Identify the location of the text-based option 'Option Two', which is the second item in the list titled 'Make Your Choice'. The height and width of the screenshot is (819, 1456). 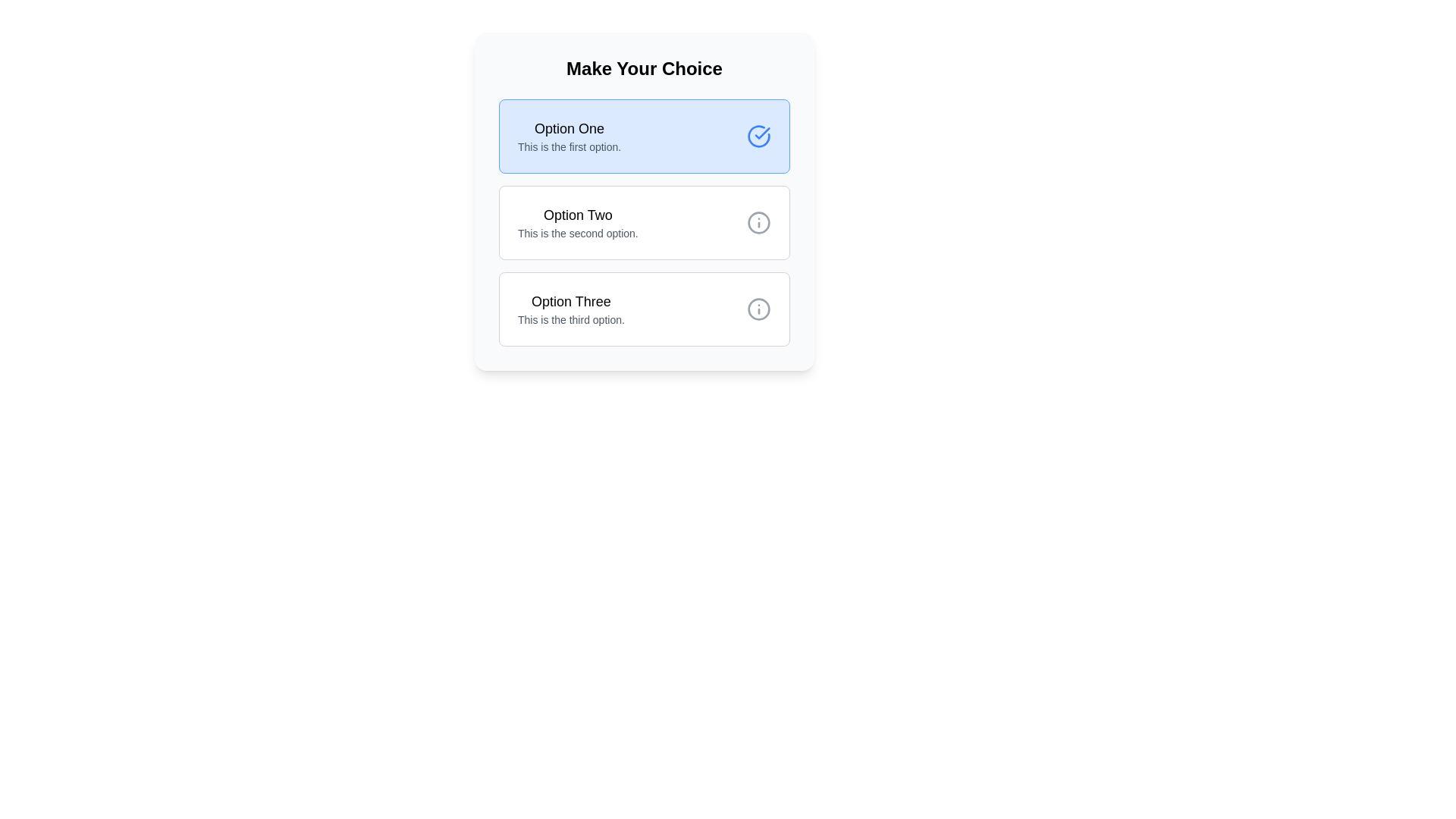
(577, 222).